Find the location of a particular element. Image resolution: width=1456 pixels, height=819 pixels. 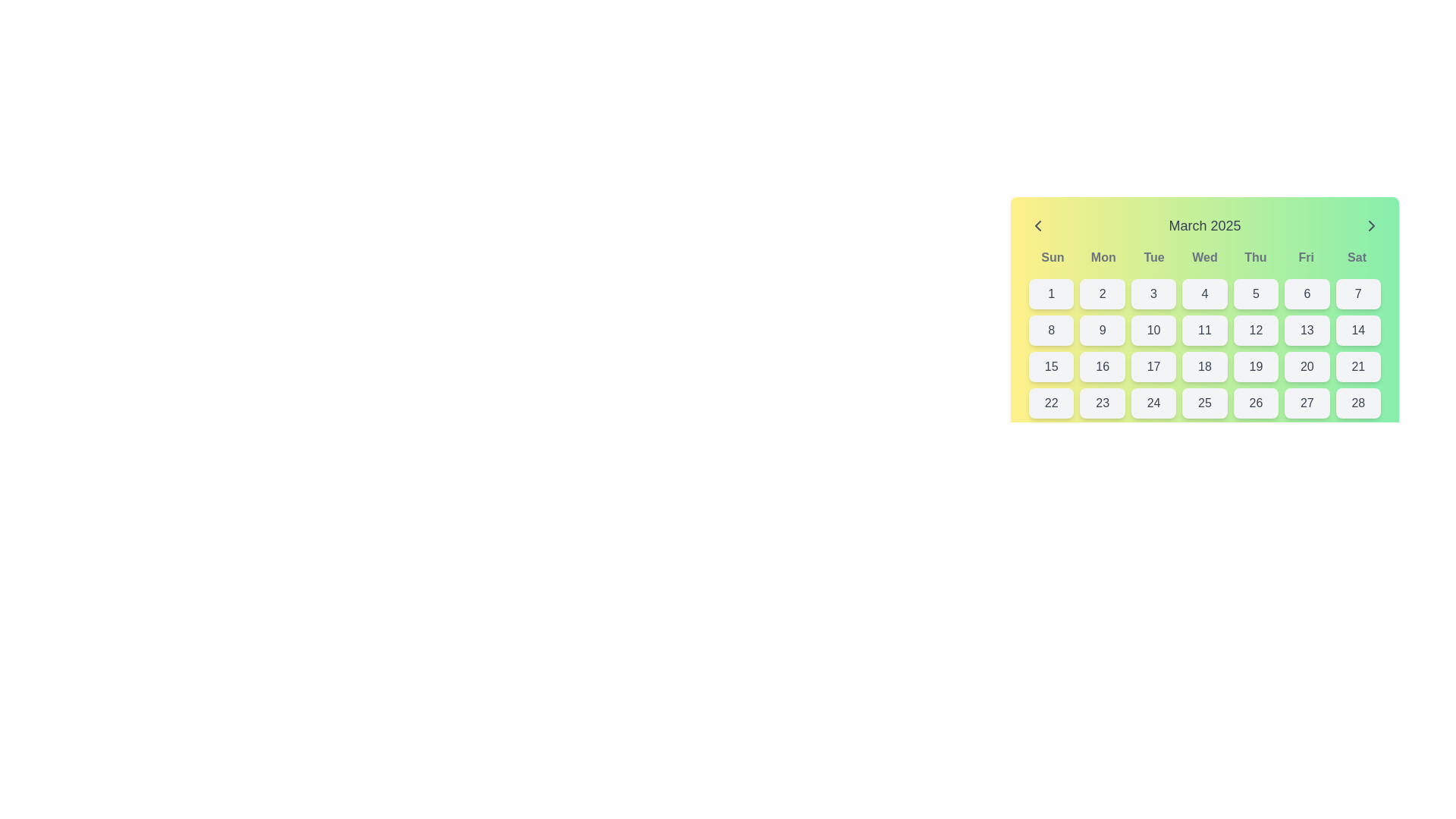

the square button with a light gray background and rounded corners, containing the number '16' centered in bold, dark text is located at coordinates (1103, 366).